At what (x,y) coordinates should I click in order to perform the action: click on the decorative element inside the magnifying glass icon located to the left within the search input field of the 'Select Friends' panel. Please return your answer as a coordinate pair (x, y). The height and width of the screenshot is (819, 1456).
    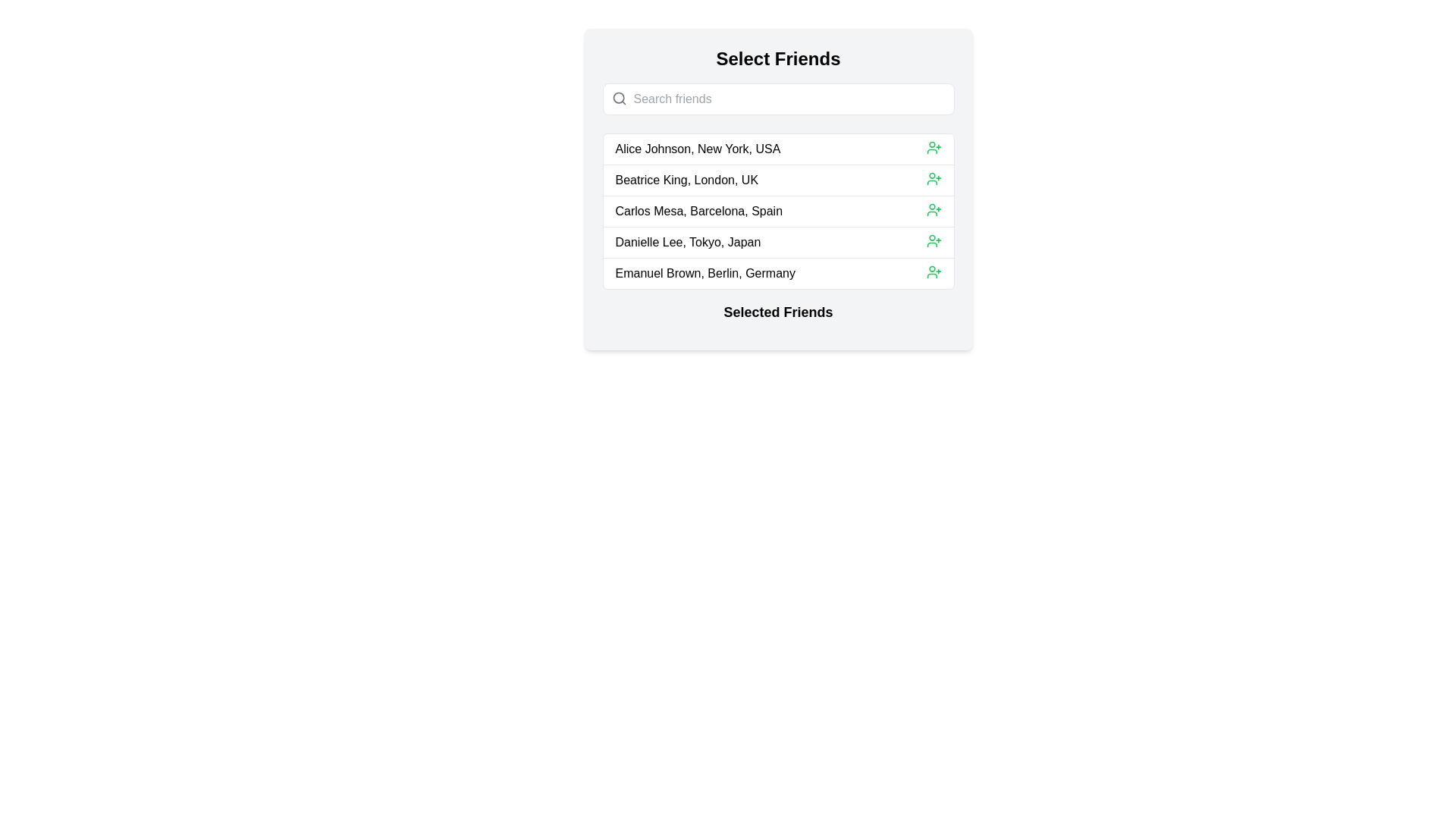
    Looking at the image, I should click on (618, 98).